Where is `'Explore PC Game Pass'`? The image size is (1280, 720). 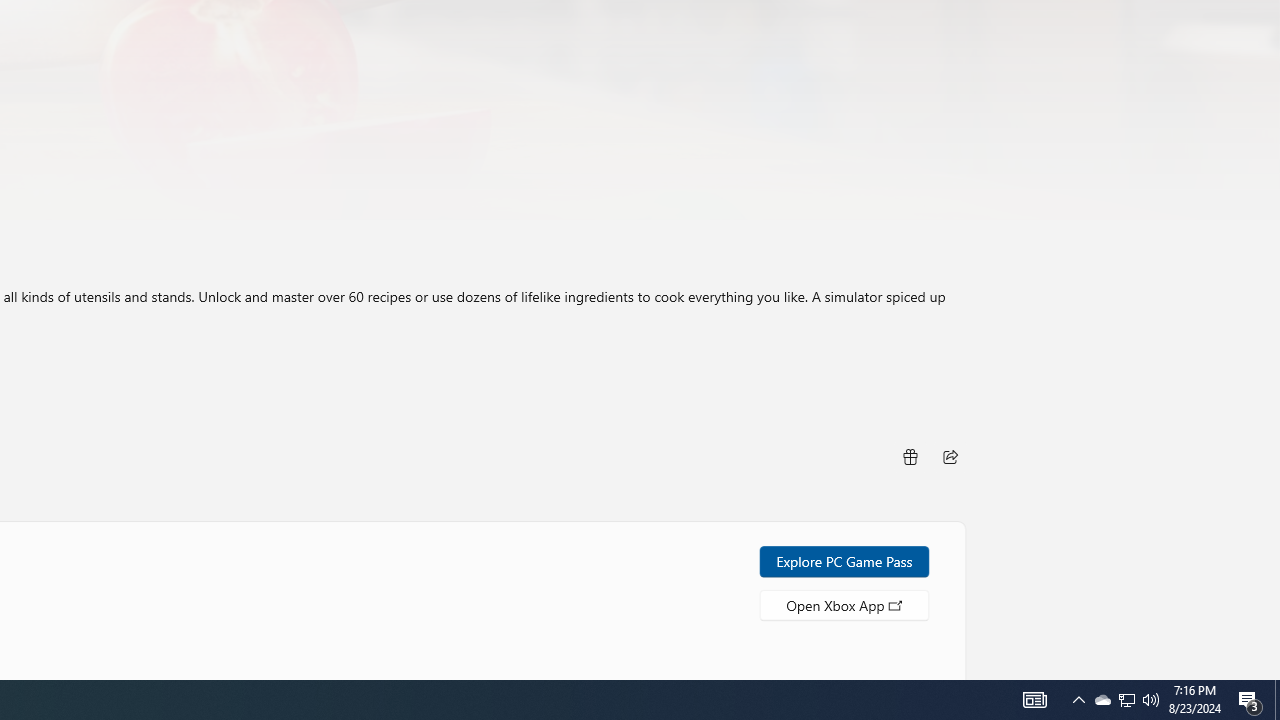
'Explore PC Game Pass' is located at coordinates (844, 561).